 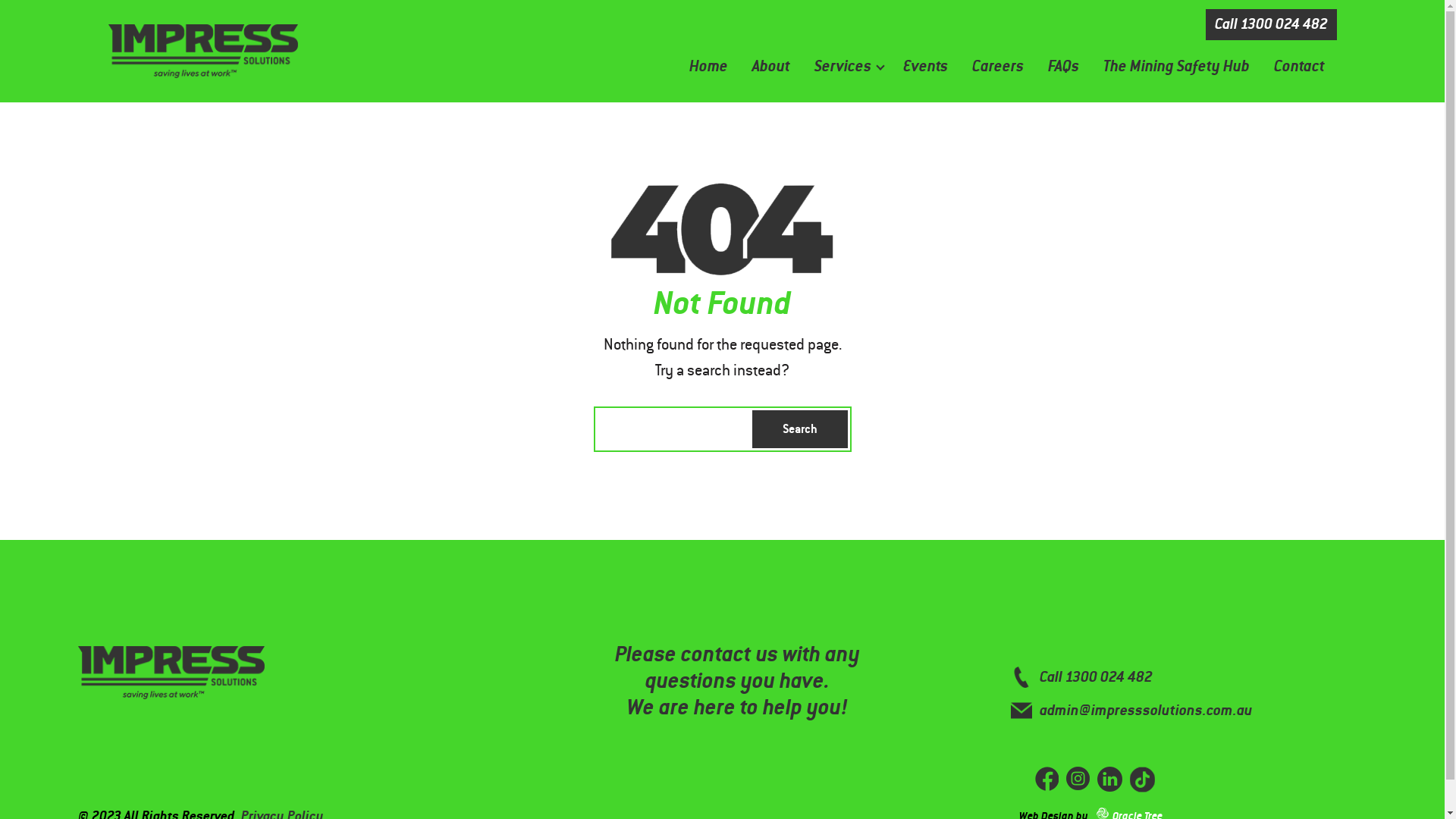 I want to click on 'Home', so click(x=687, y=65).